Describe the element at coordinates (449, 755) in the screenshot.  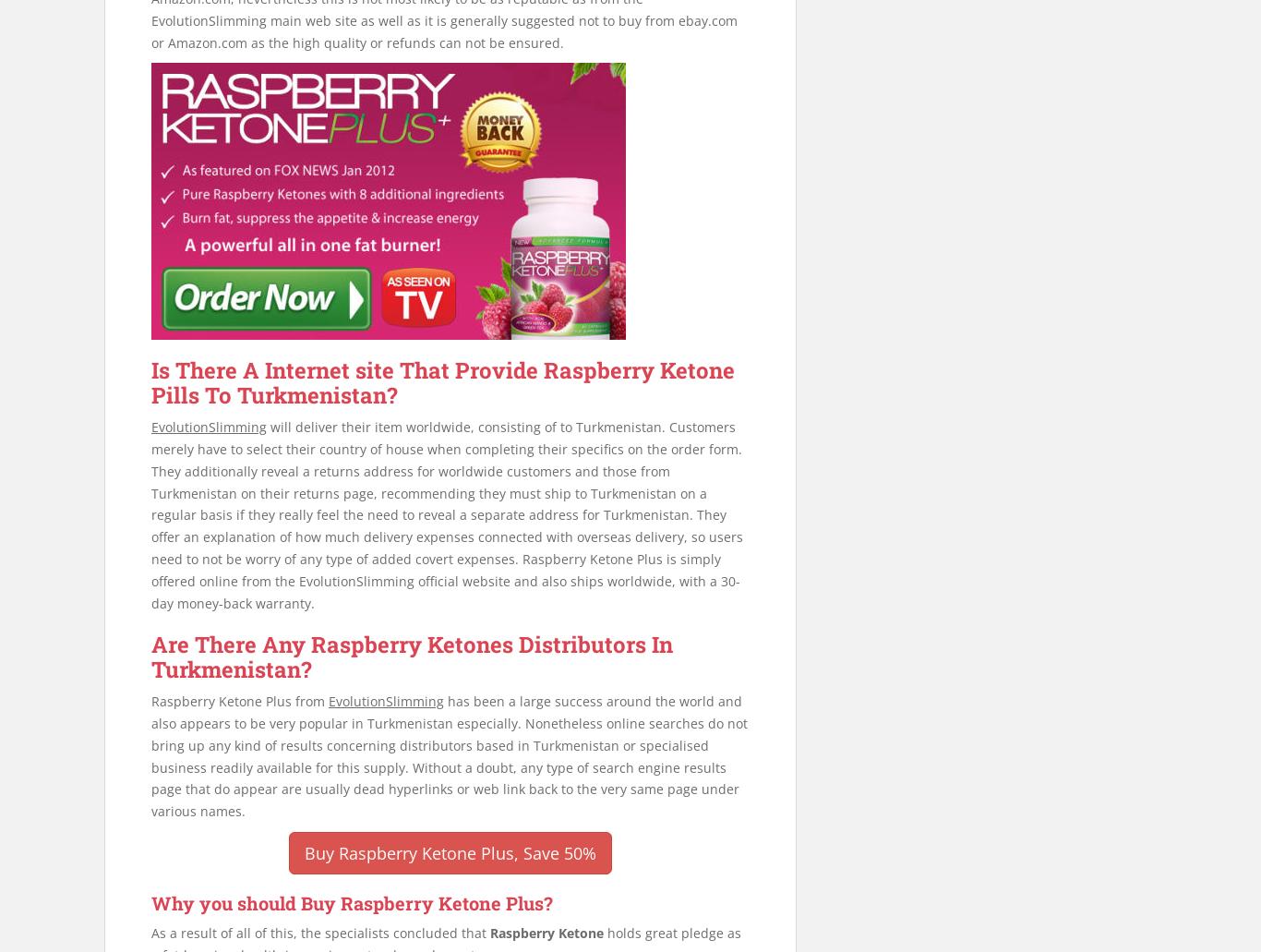
I see `'has been a large success around the world and also appears to be very popular in Turkmenistan especially. Nonetheless online searches do not bring up any kind of results concerning distributors based in Turkmenistan or specialised business readily available for this supply. Without a doubt, any type of search engine results page that do appear are usually dead hyperlinks or web link back to the very same page under various names.'` at that location.